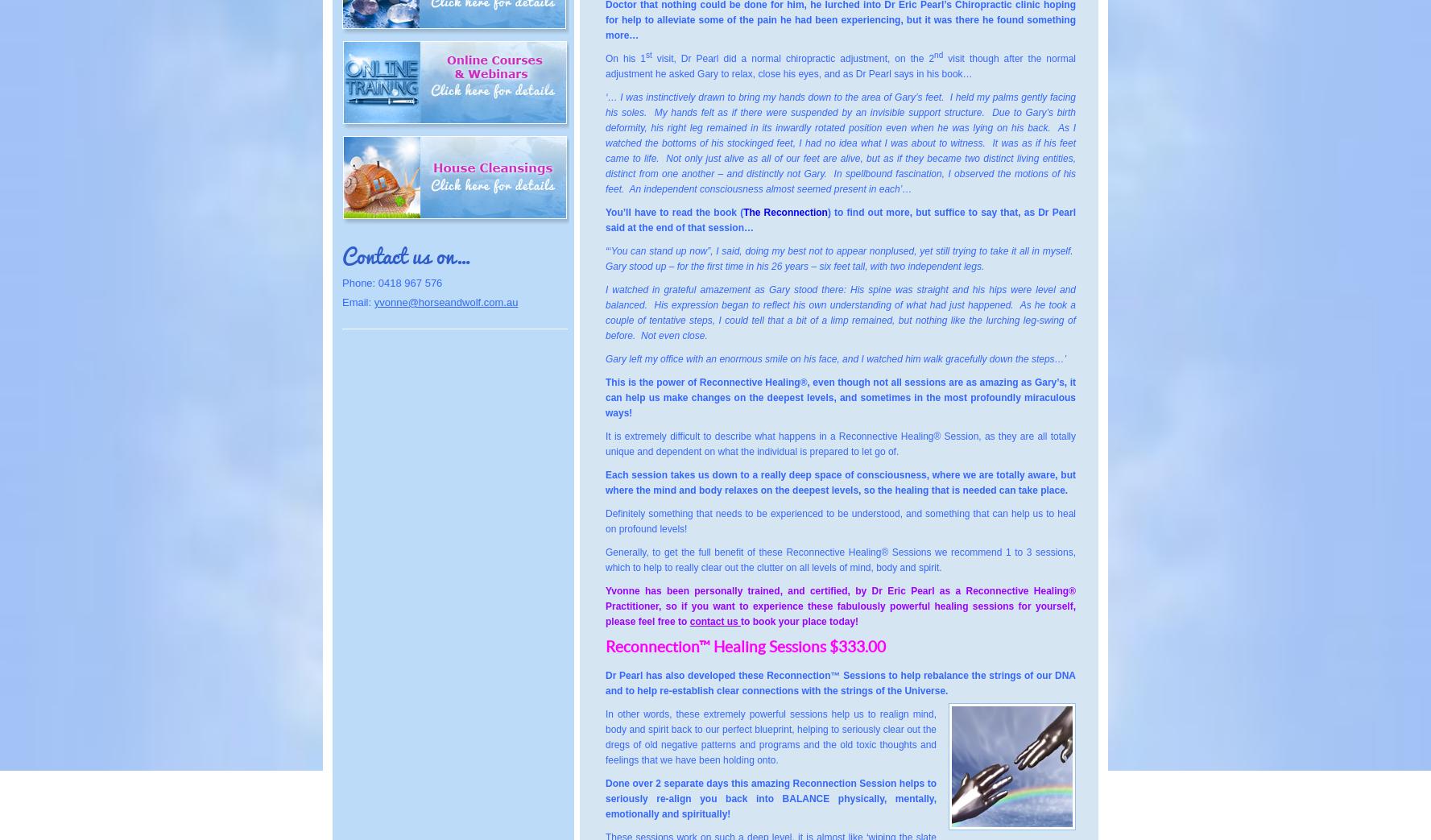  I want to click on 'visit, Dr Pearl did a normal chiropractic adjustment, on the 2', so click(651, 58).